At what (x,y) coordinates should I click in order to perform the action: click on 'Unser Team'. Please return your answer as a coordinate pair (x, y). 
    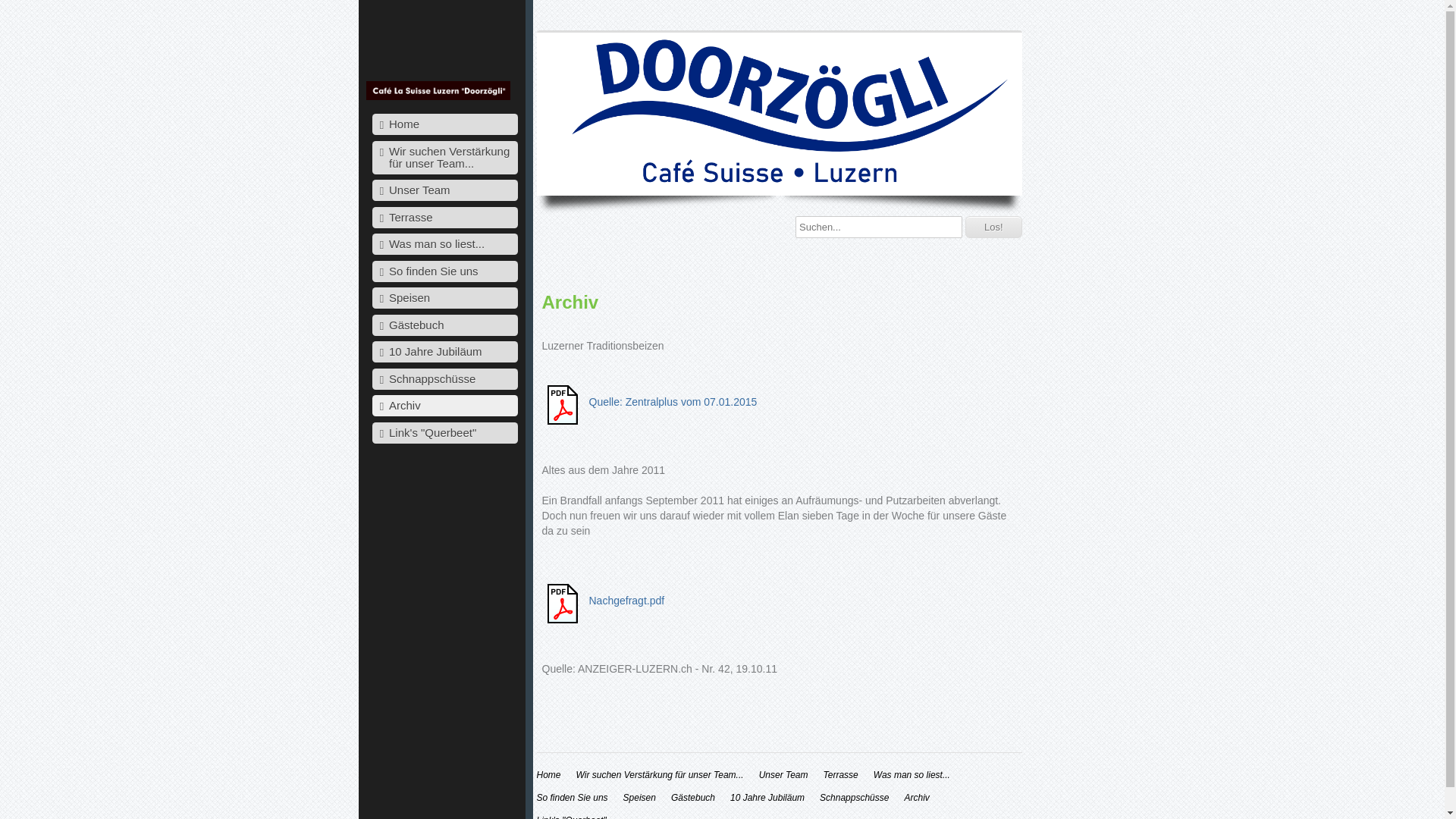
    Looking at the image, I should click on (444, 189).